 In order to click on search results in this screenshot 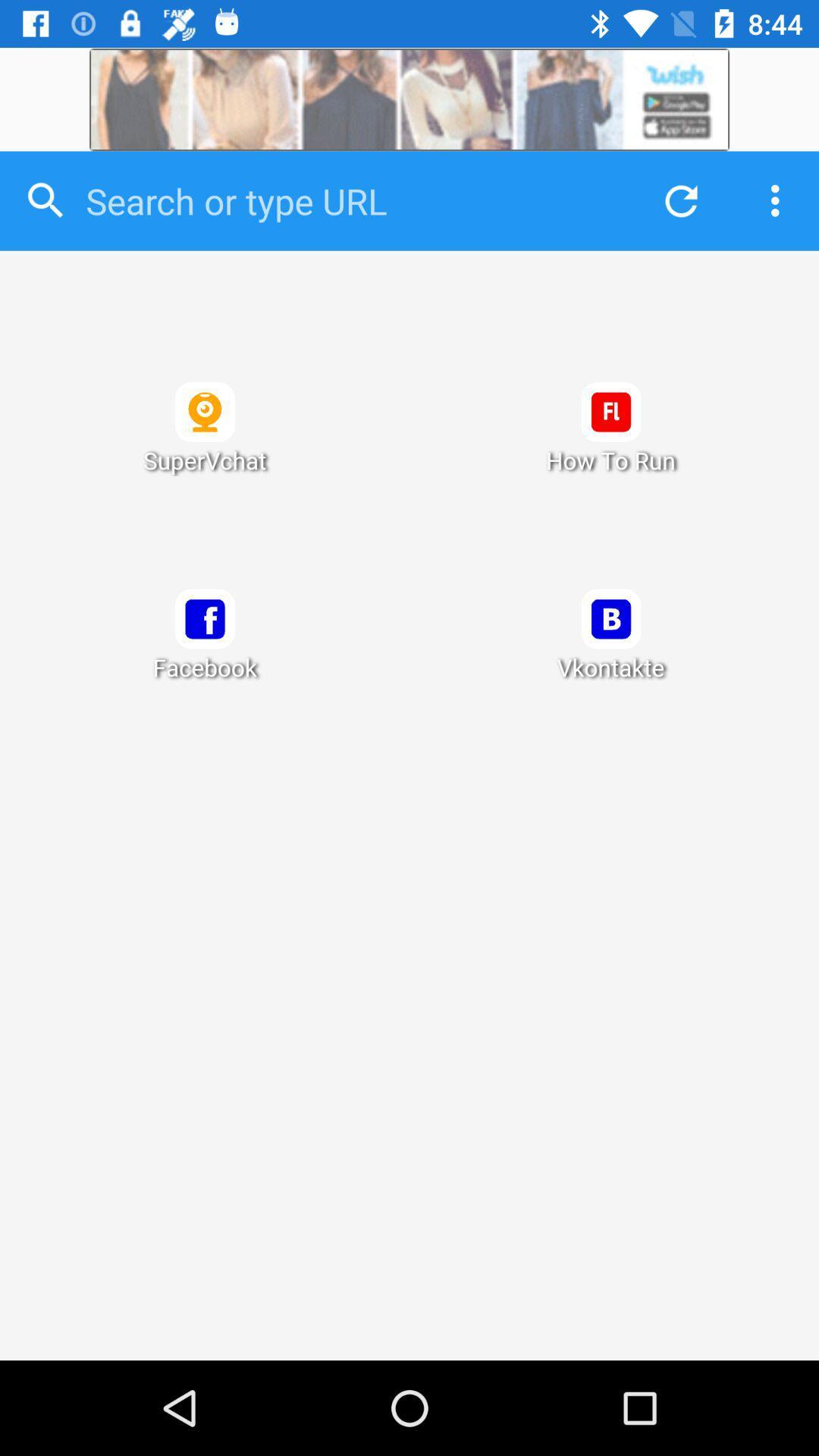, I will do `click(409, 805)`.